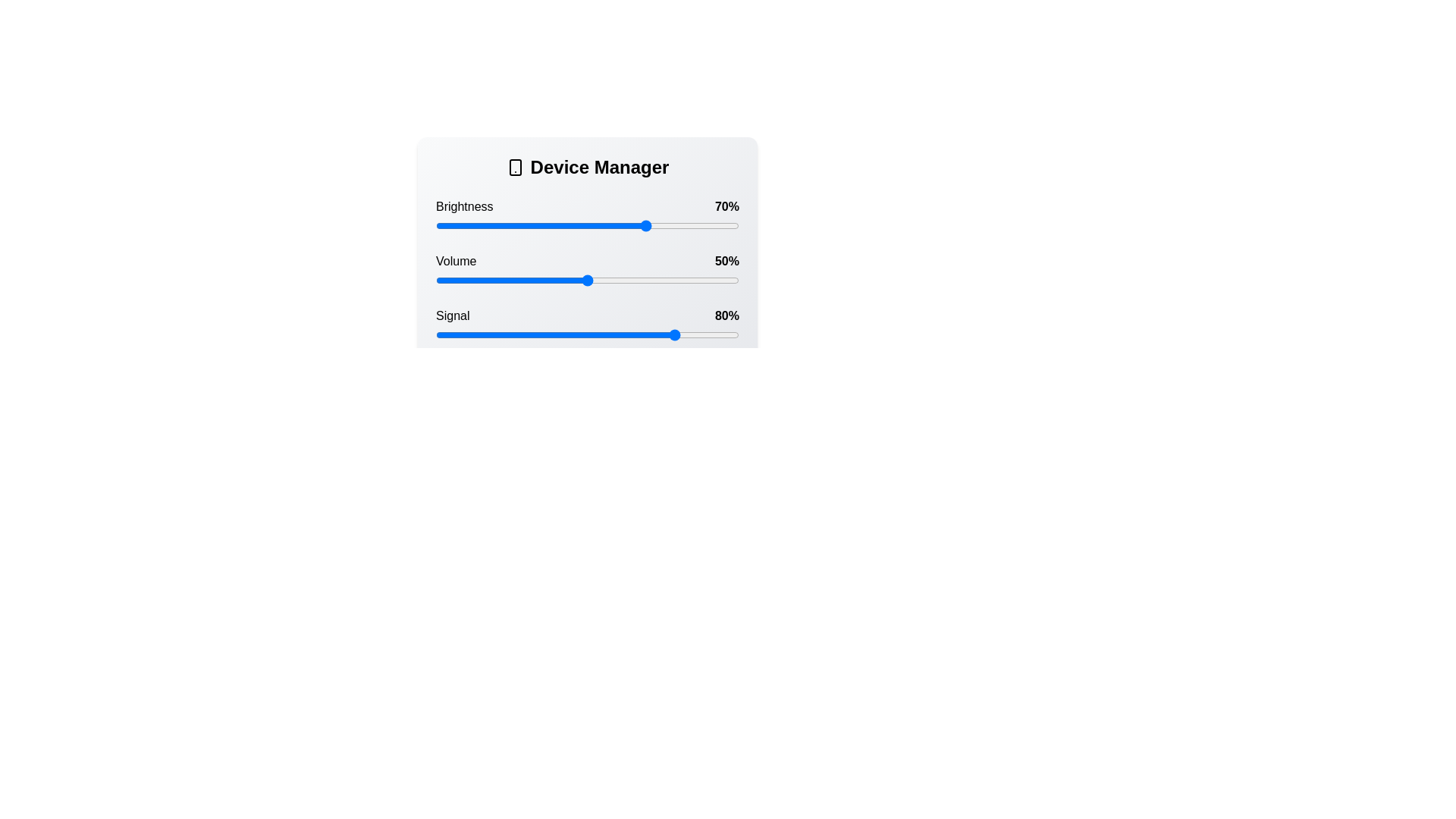  Describe the element at coordinates (457, 225) in the screenshot. I see `the brightness slider to 7%` at that location.